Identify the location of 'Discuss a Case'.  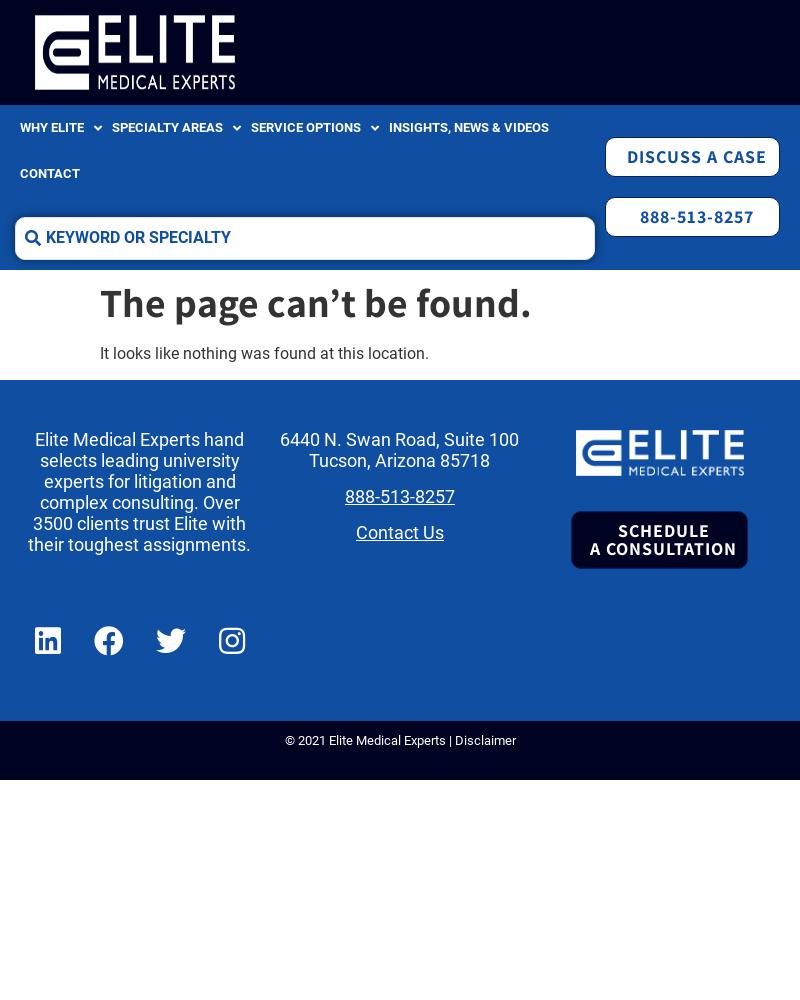
(696, 156).